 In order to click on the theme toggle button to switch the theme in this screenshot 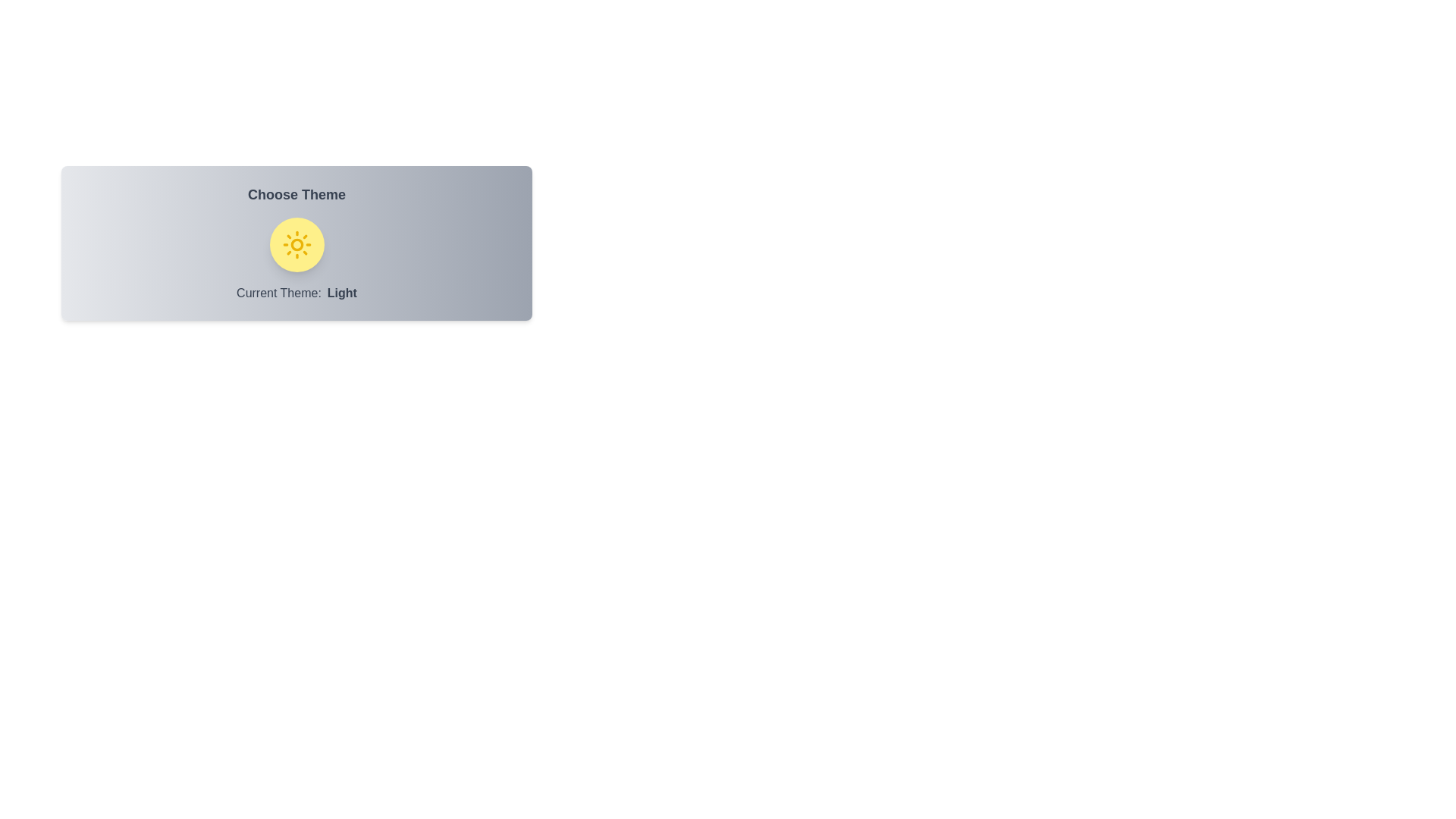, I will do `click(297, 244)`.